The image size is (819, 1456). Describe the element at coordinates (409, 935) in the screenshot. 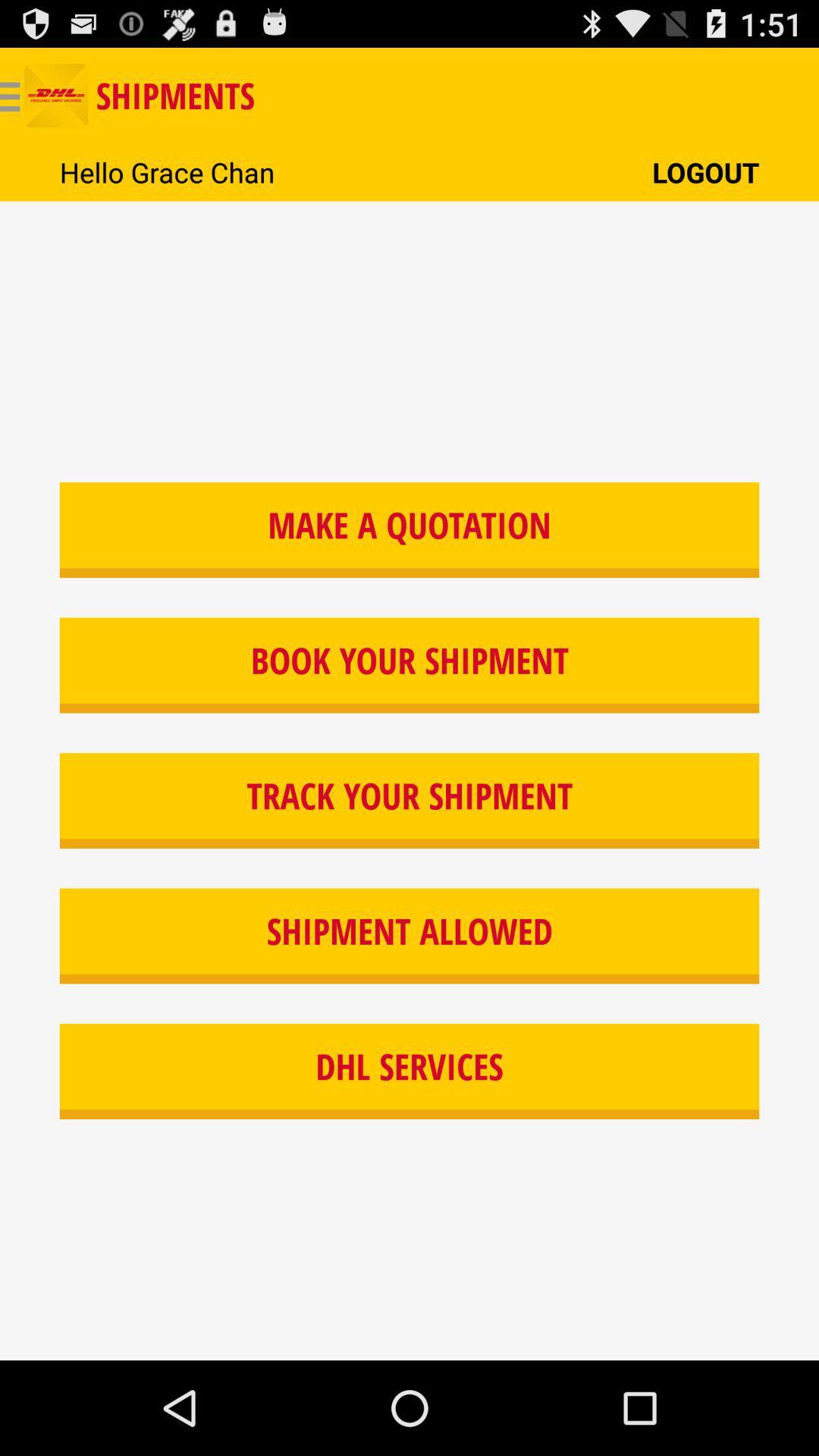

I see `shipment allowed` at that location.